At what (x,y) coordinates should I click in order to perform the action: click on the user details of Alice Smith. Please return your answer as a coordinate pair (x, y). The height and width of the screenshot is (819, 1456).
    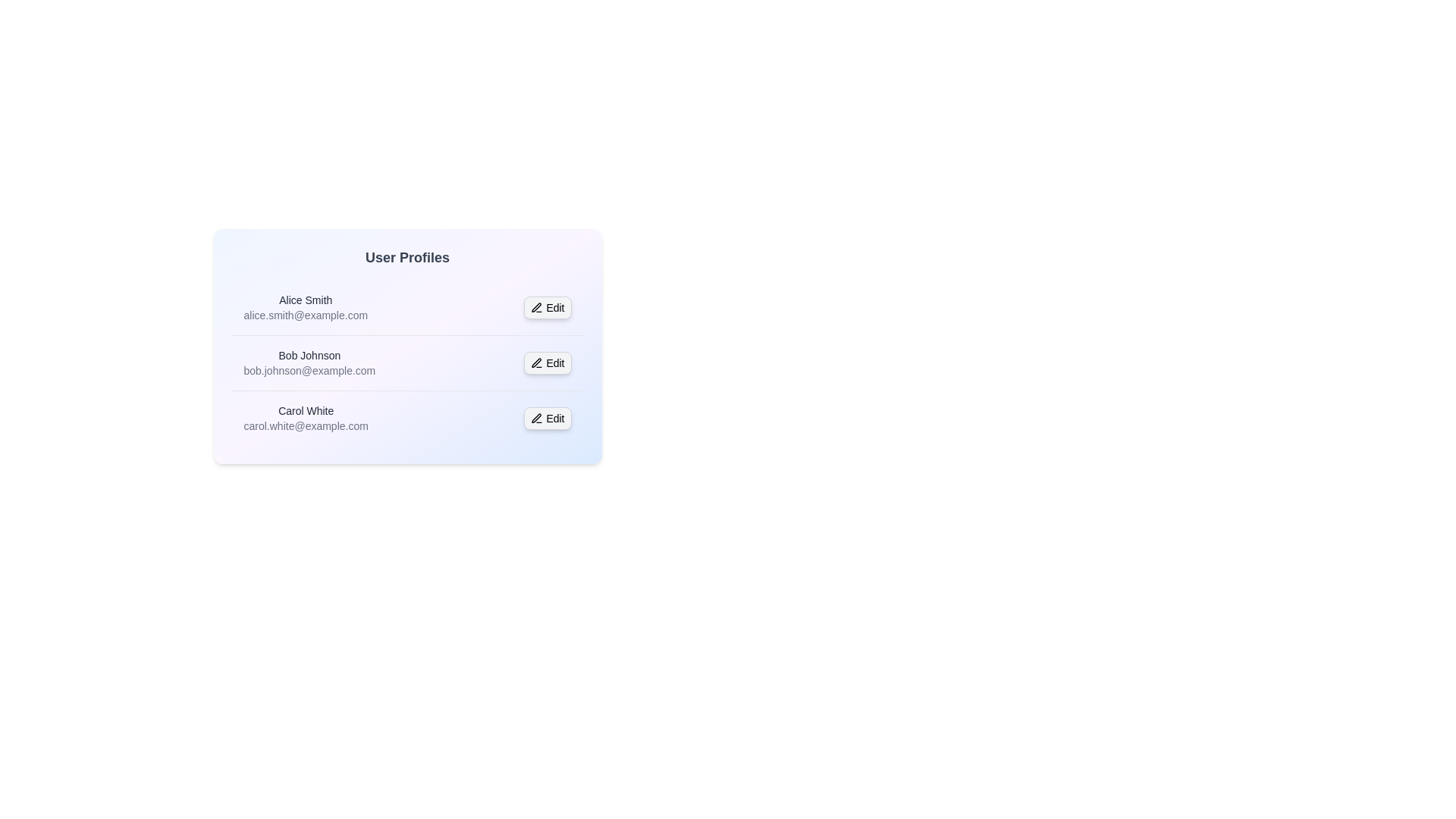
    Looking at the image, I should click on (305, 300).